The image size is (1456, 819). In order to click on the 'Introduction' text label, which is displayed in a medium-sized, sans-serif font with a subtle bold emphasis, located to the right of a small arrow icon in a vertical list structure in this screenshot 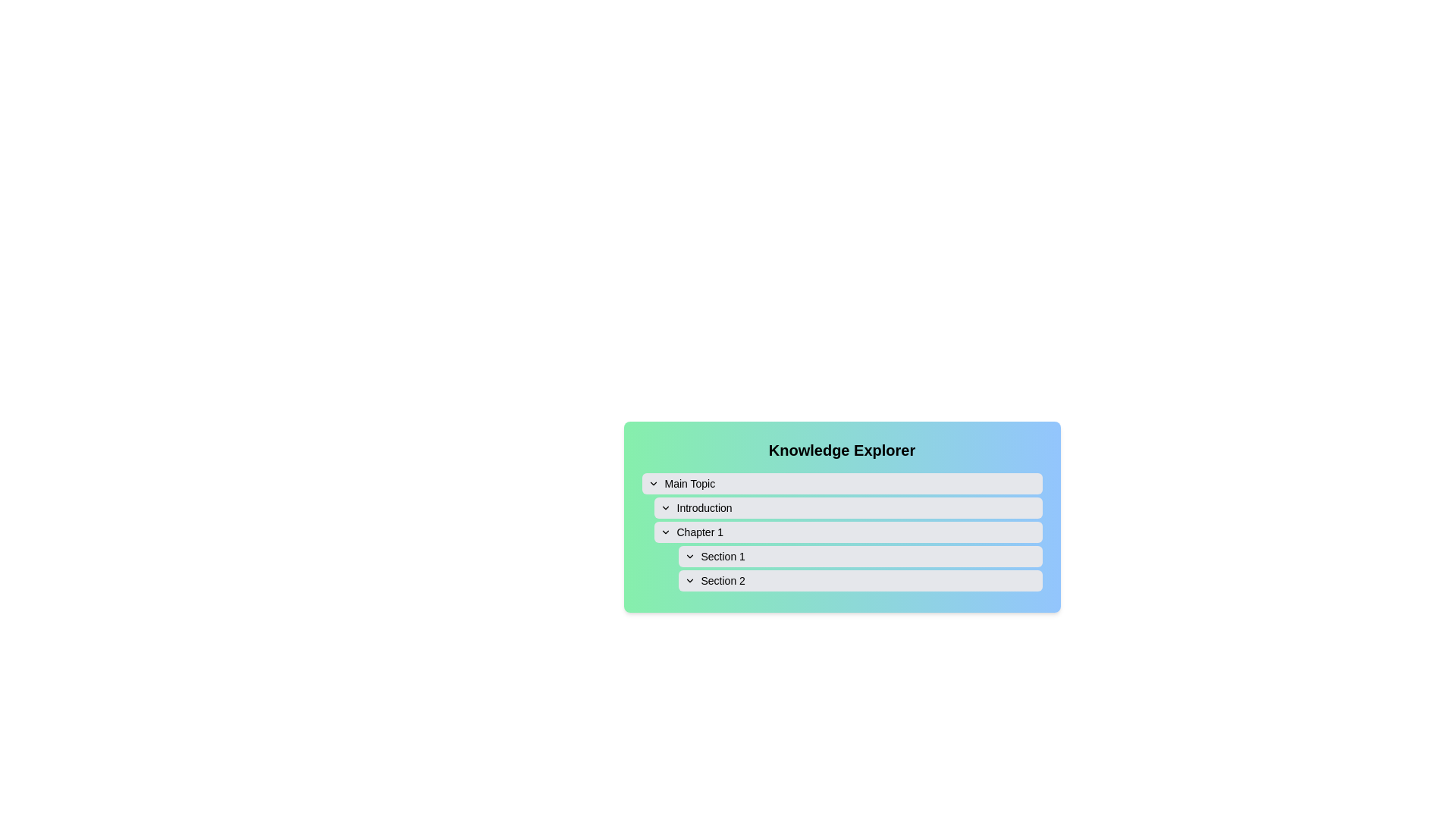, I will do `click(704, 508)`.